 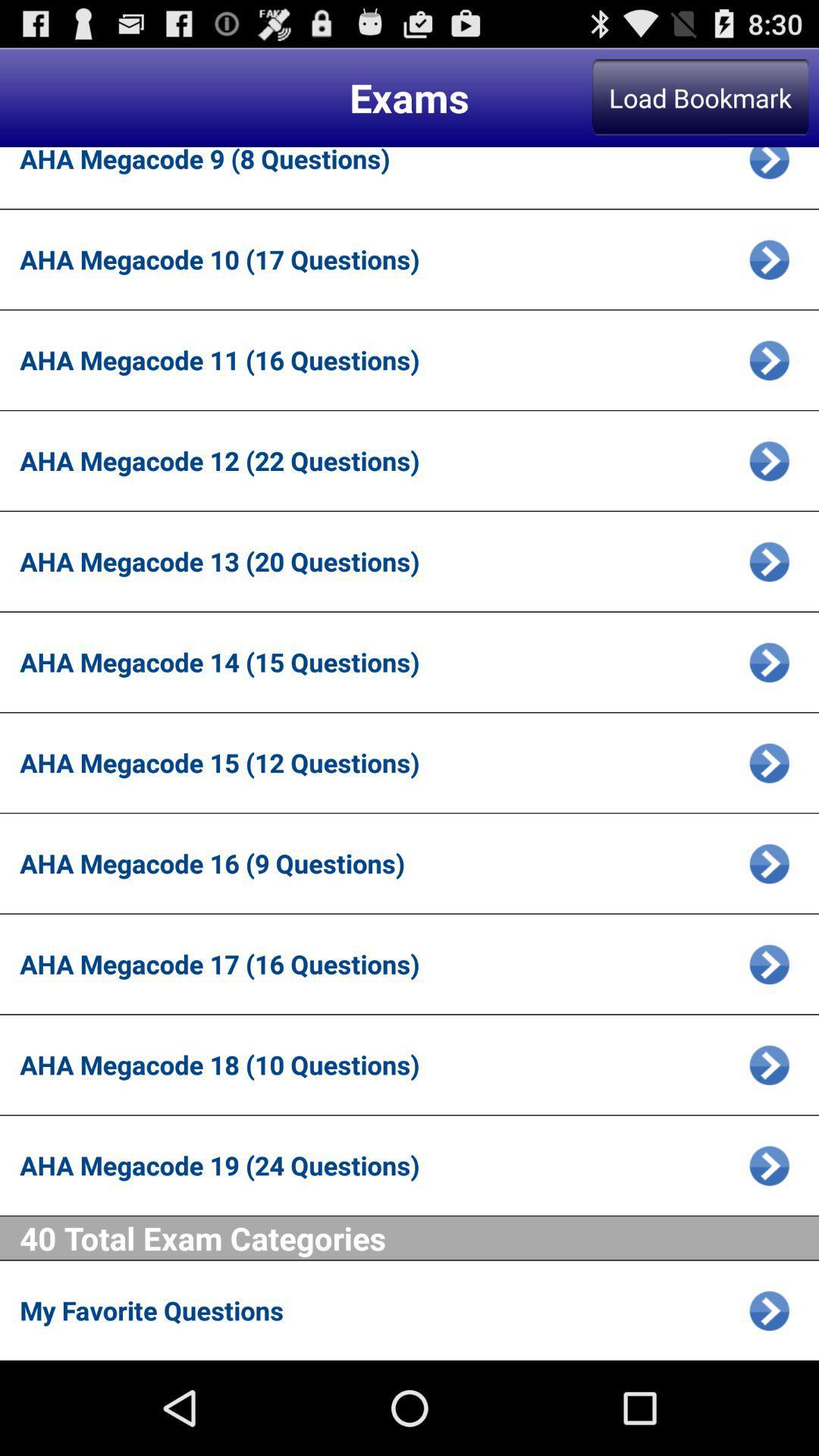 What do you see at coordinates (769, 460) in the screenshot?
I see `open that link` at bounding box center [769, 460].